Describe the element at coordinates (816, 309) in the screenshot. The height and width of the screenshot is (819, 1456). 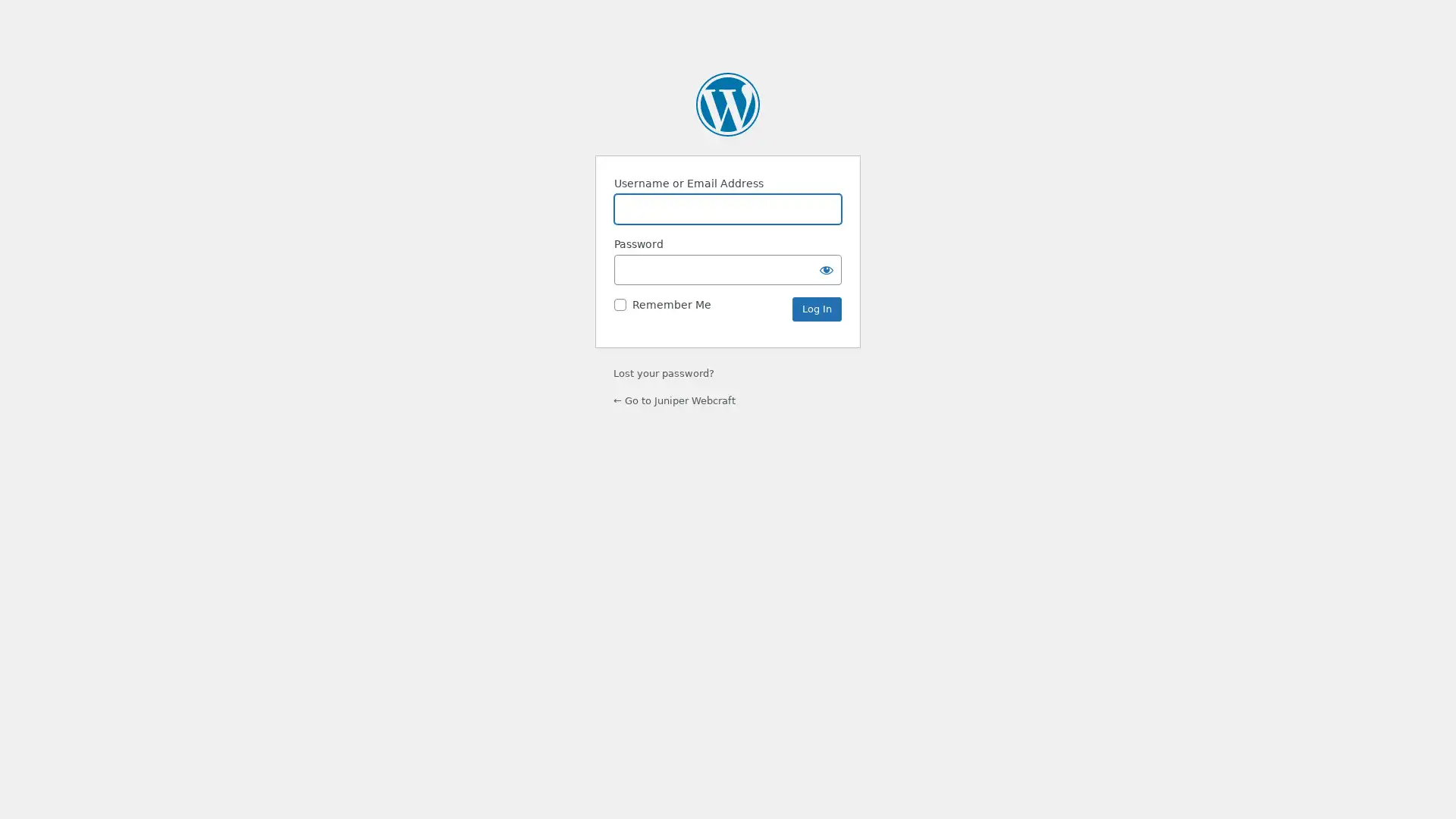
I see `Log In` at that location.